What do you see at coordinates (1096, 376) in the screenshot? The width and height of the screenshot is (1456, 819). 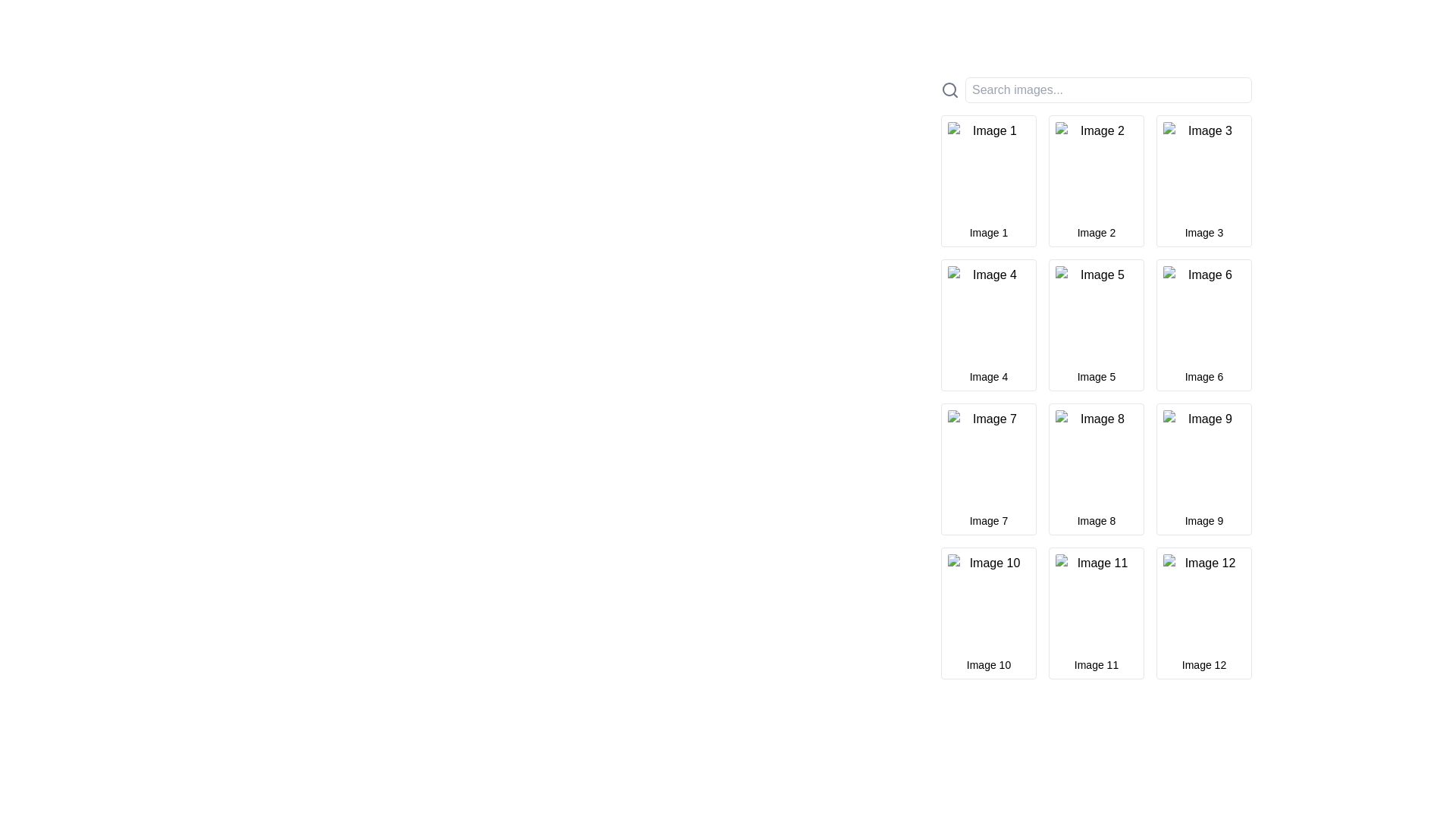 I see `the Static Text element displaying 'Image 5', which is positioned under the thumbnail image within the fifth item of the grid layout` at bounding box center [1096, 376].